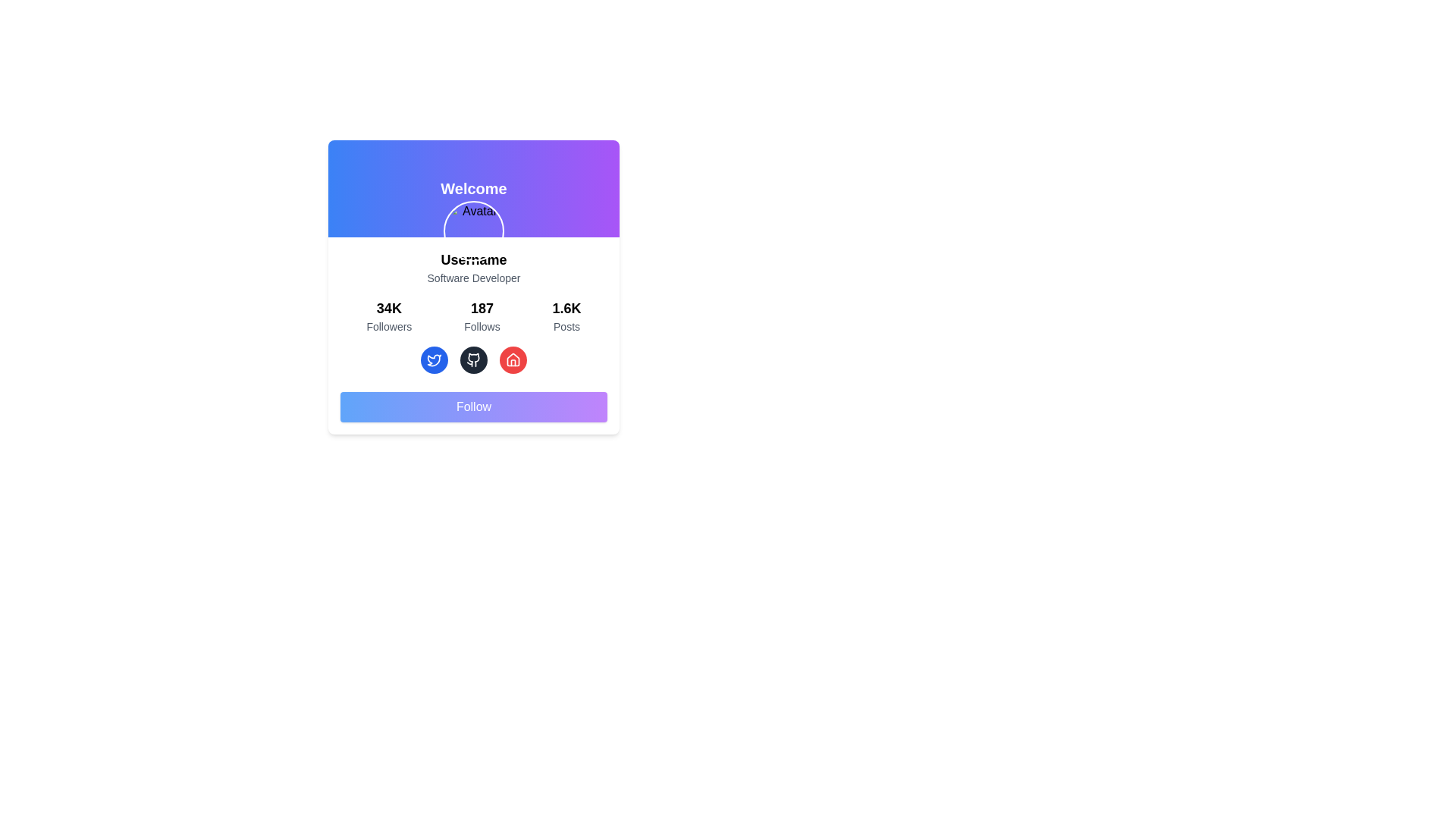 This screenshot has height=819, width=1456. What do you see at coordinates (481, 326) in the screenshot?
I see `the Text label indicating the number of accounts followed, located under the 'Follows' count in the profile's statistic card` at bounding box center [481, 326].